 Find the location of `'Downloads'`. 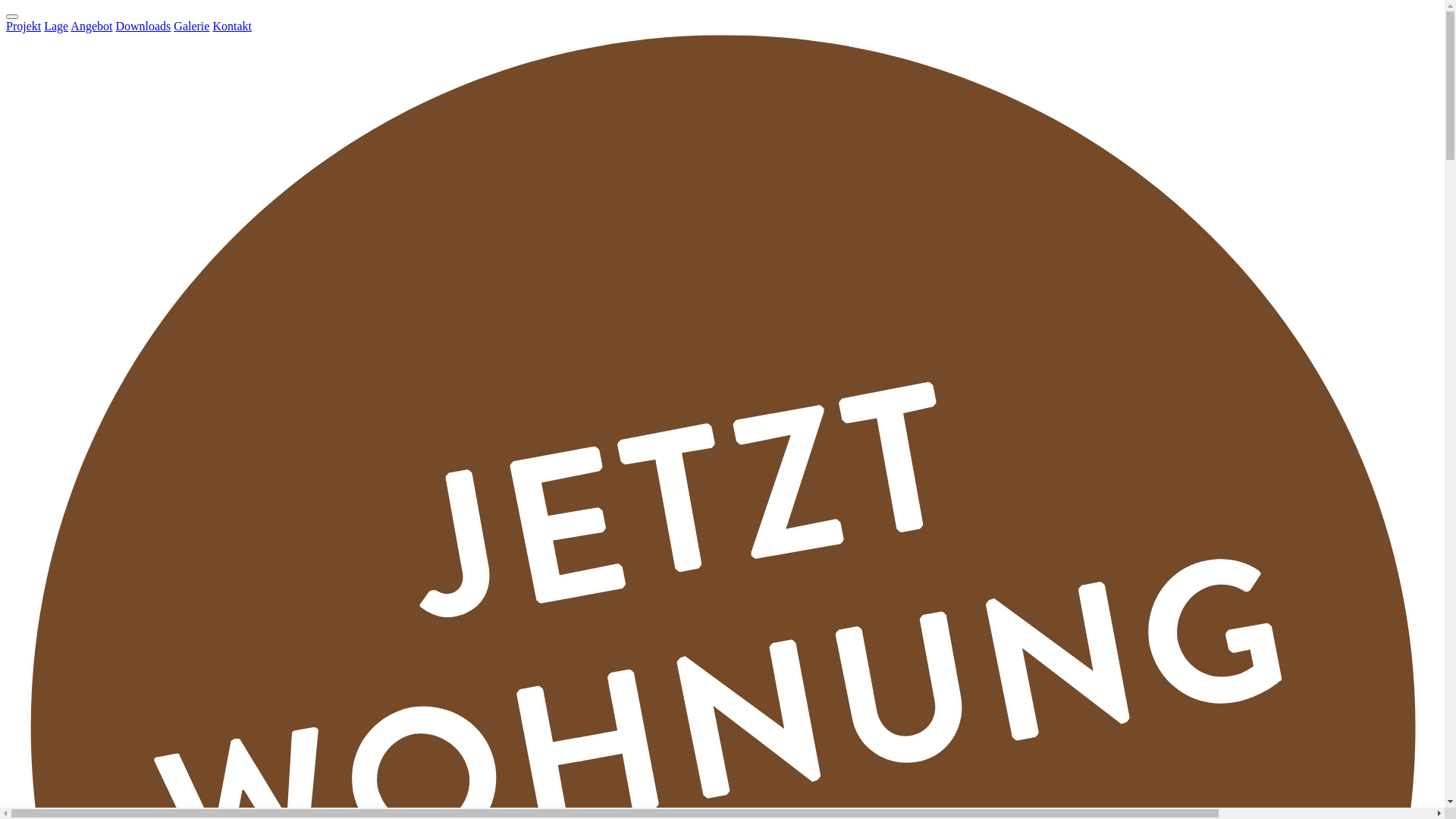

'Downloads' is located at coordinates (115, 26).